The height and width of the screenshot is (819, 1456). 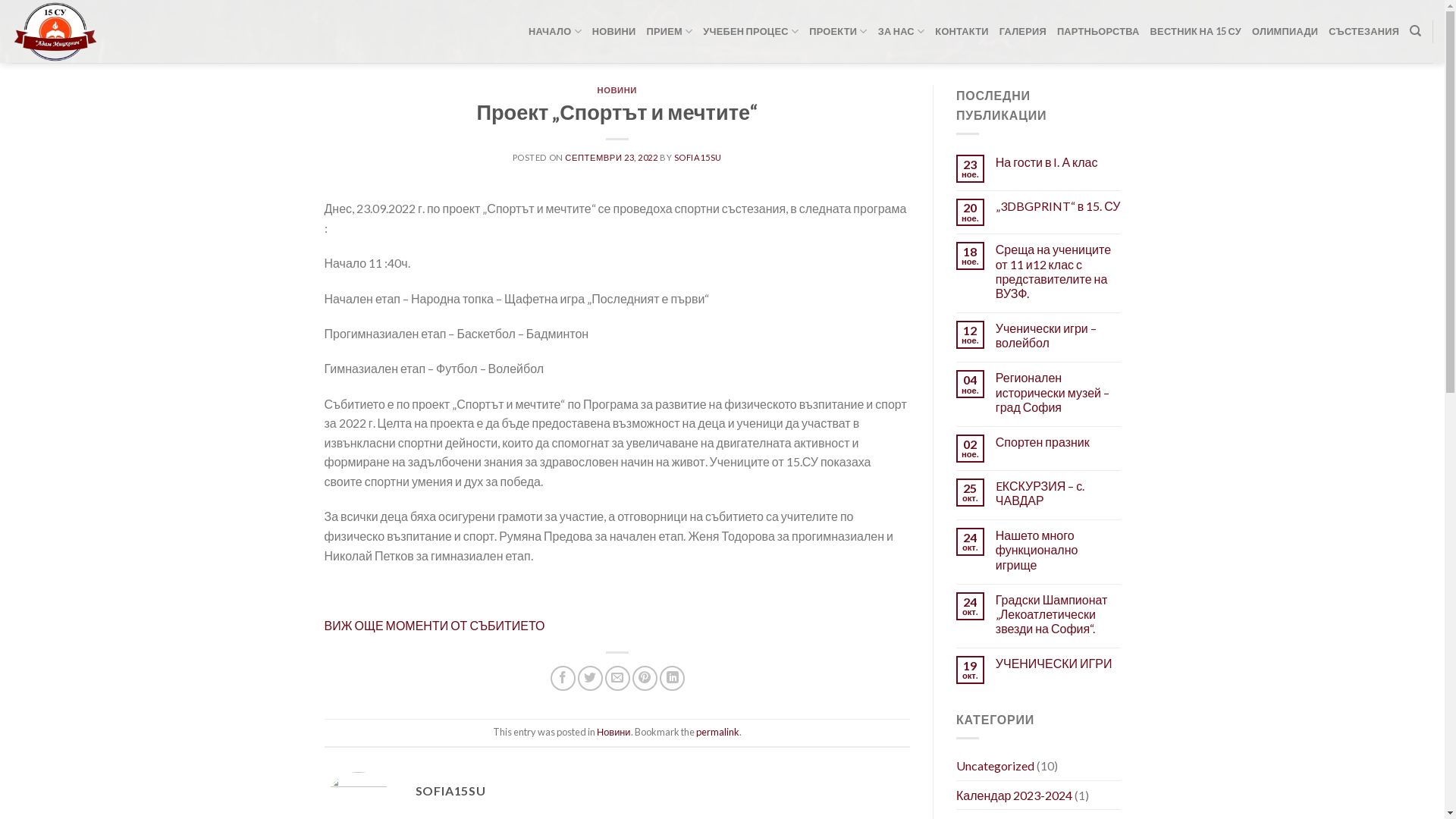 What do you see at coordinates (645, 677) in the screenshot?
I see `'Pin on Pinterest'` at bounding box center [645, 677].